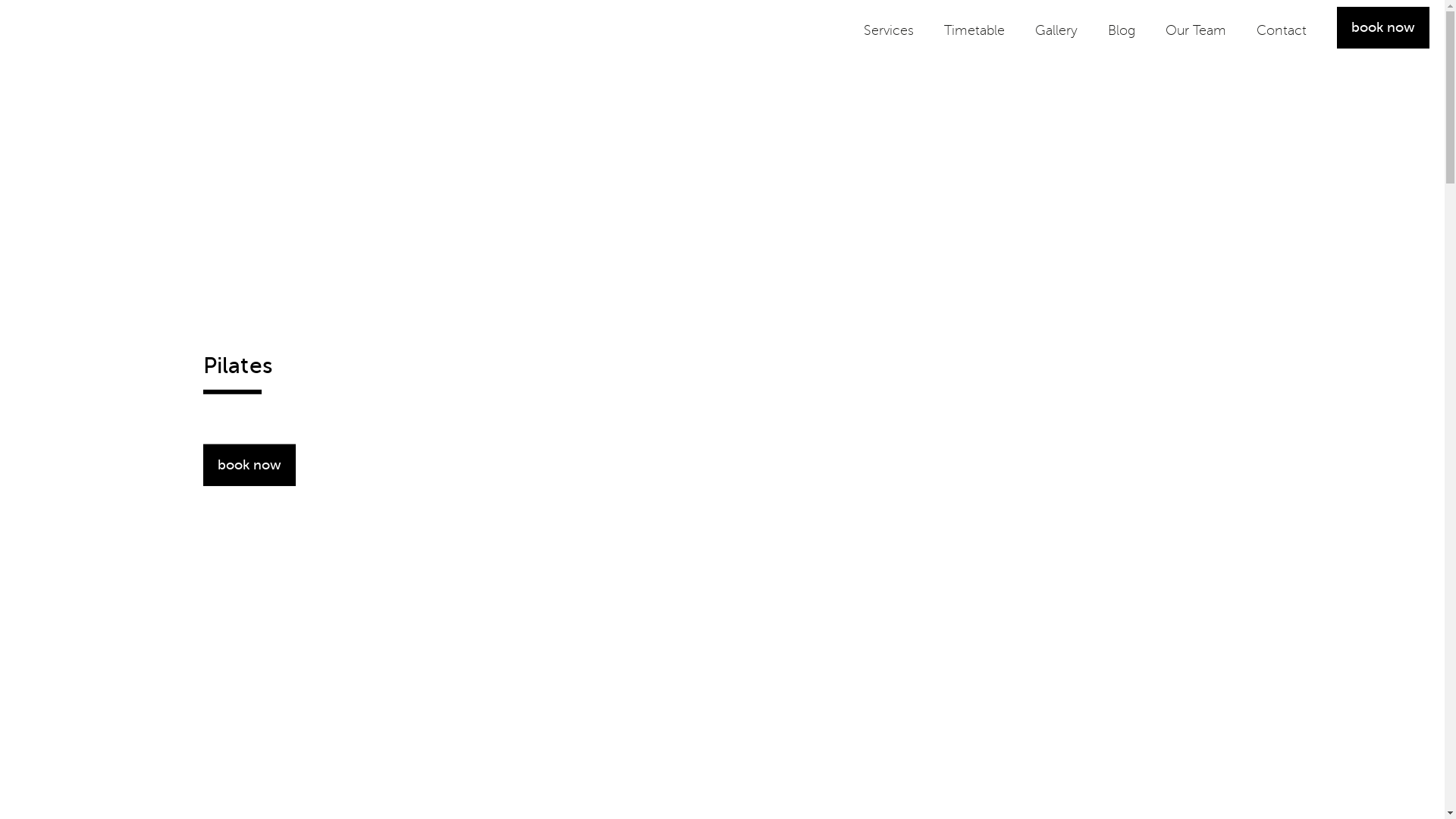 The width and height of the screenshot is (1456, 819). I want to click on 'Our Team', so click(1195, 33).